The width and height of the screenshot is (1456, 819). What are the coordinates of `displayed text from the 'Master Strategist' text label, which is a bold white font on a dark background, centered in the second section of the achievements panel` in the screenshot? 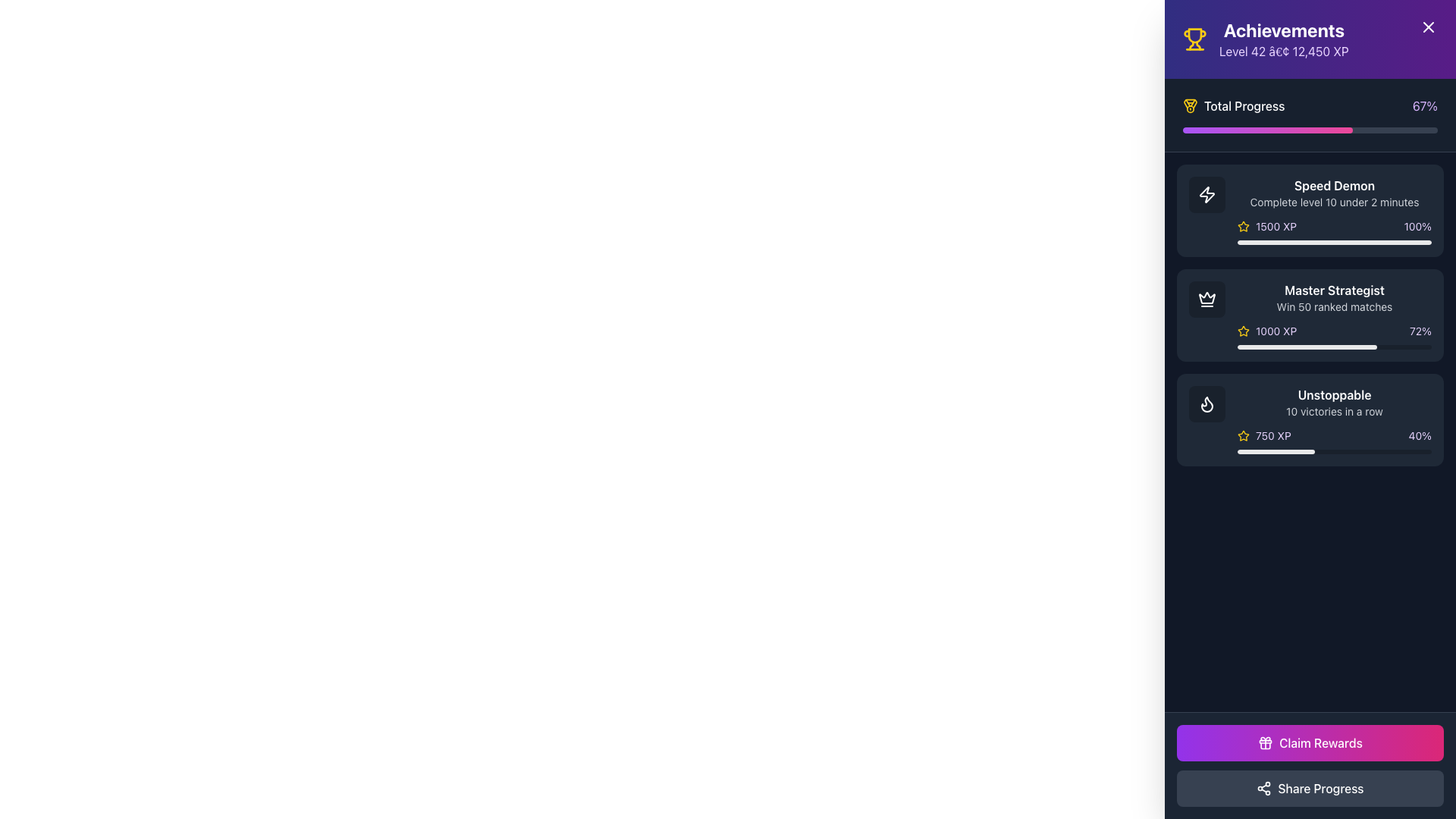 It's located at (1335, 290).